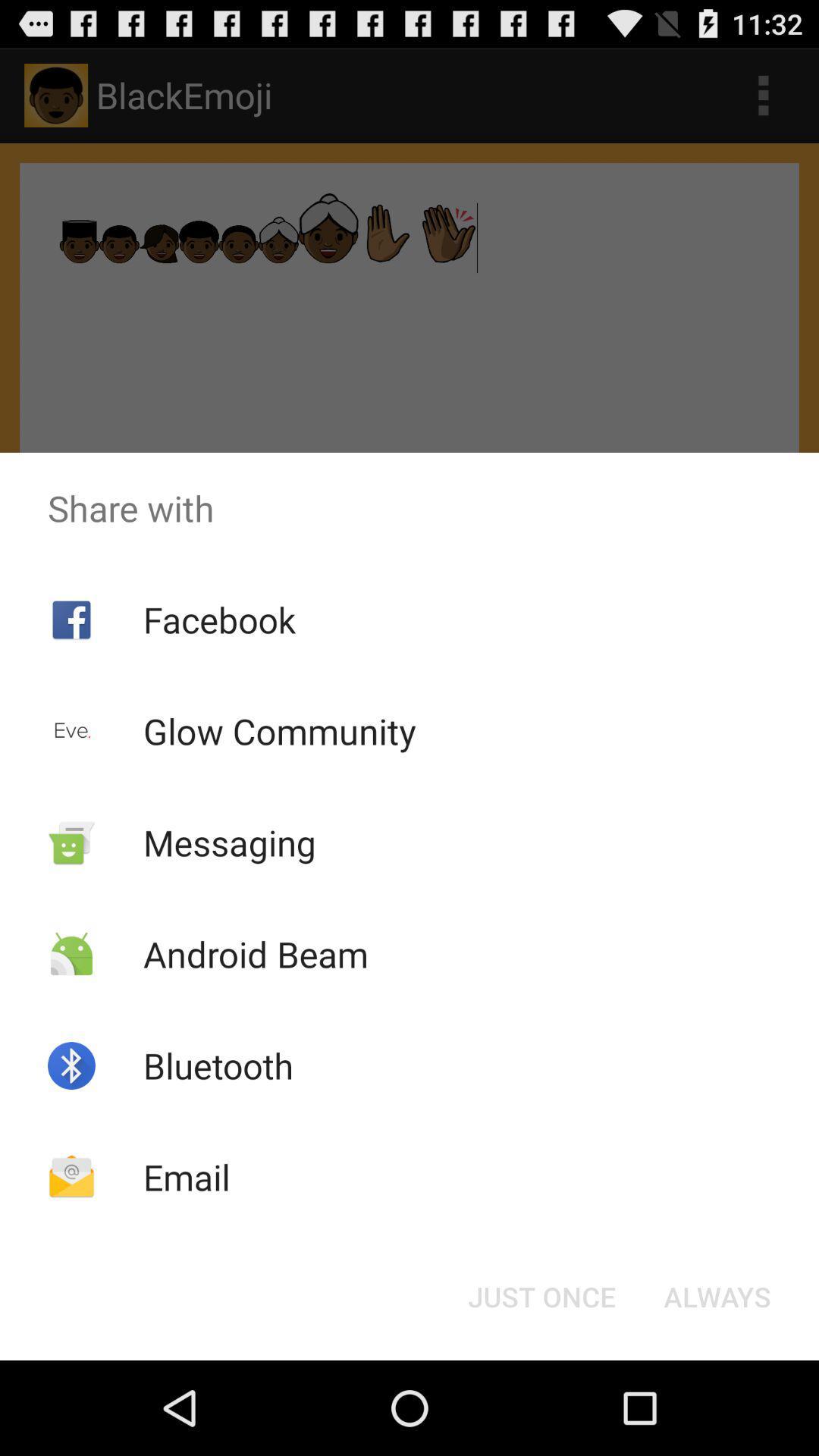 The width and height of the screenshot is (819, 1456). I want to click on the button to the right of the just once button, so click(717, 1295).